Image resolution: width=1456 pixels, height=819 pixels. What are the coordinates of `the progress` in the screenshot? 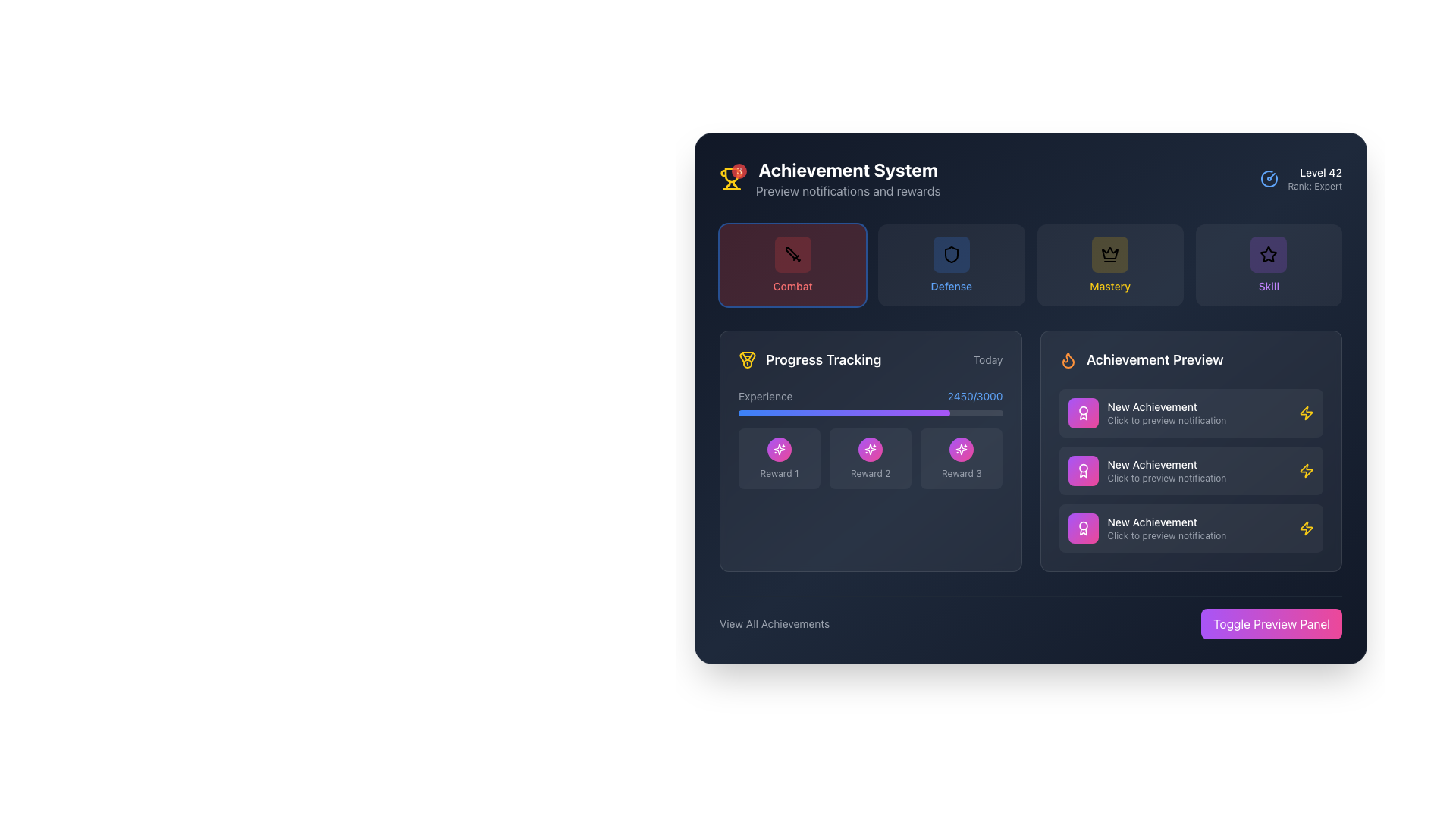 It's located at (976, 413).